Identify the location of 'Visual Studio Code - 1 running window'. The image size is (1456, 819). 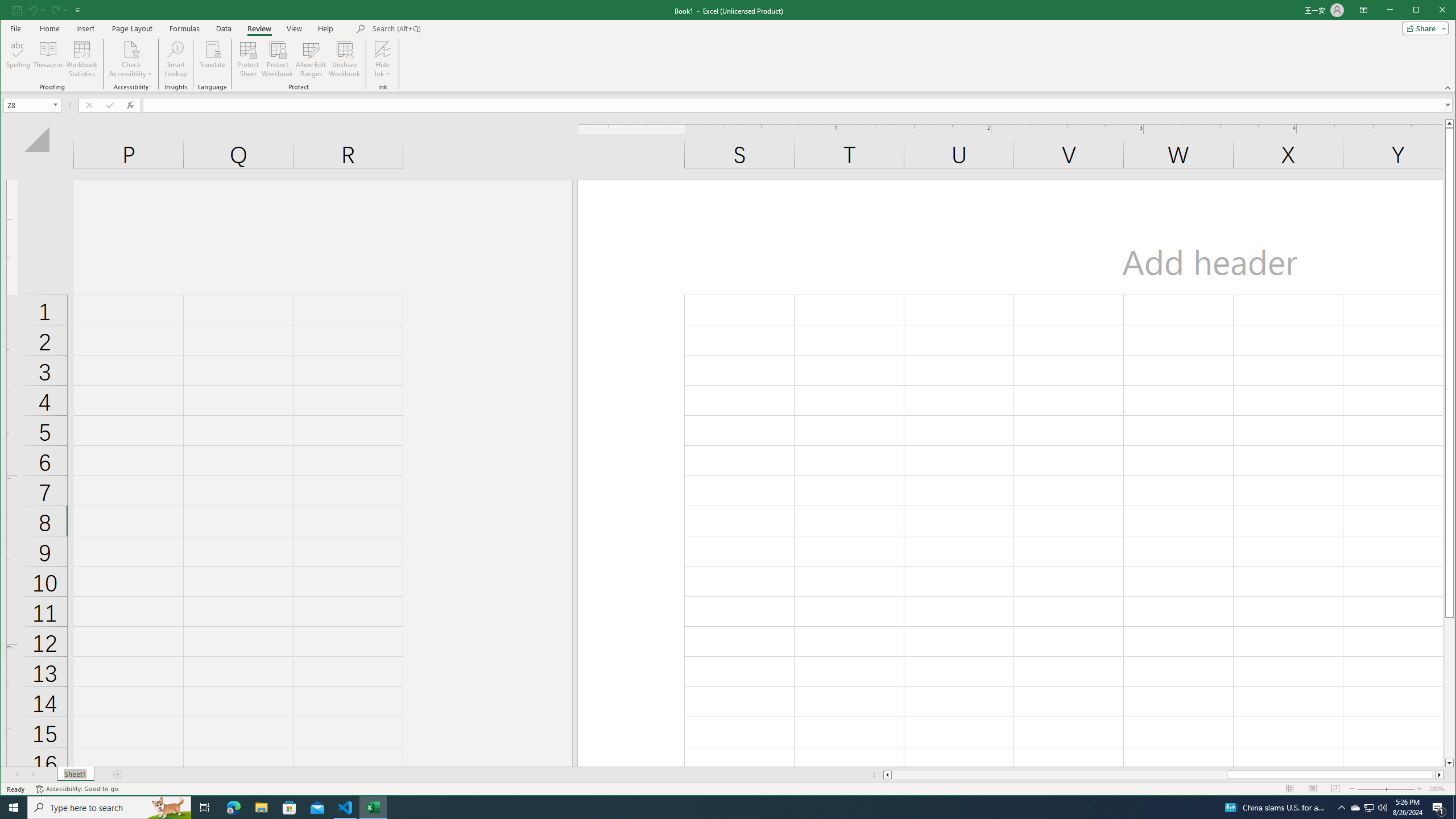
(345, 806).